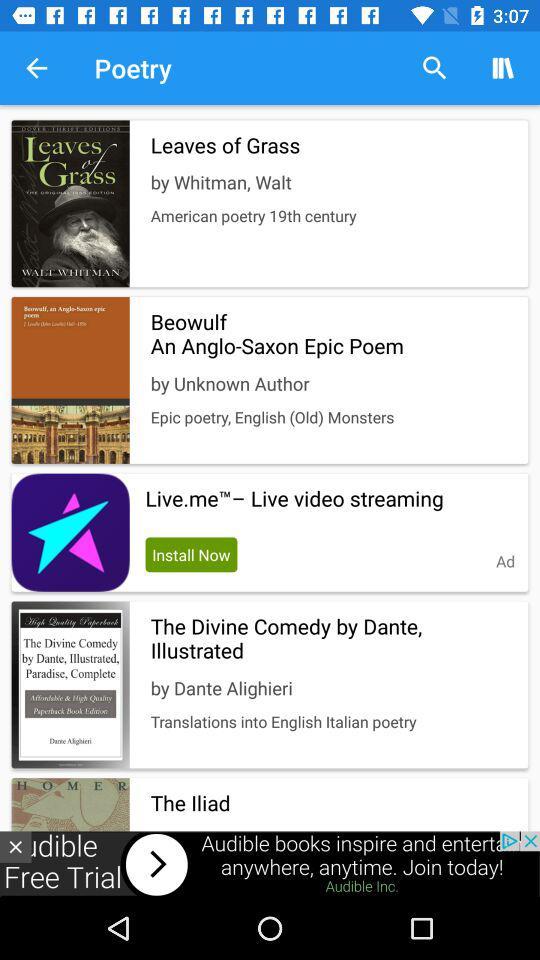 Image resolution: width=540 pixels, height=960 pixels. I want to click on visit advertiser, so click(270, 863).